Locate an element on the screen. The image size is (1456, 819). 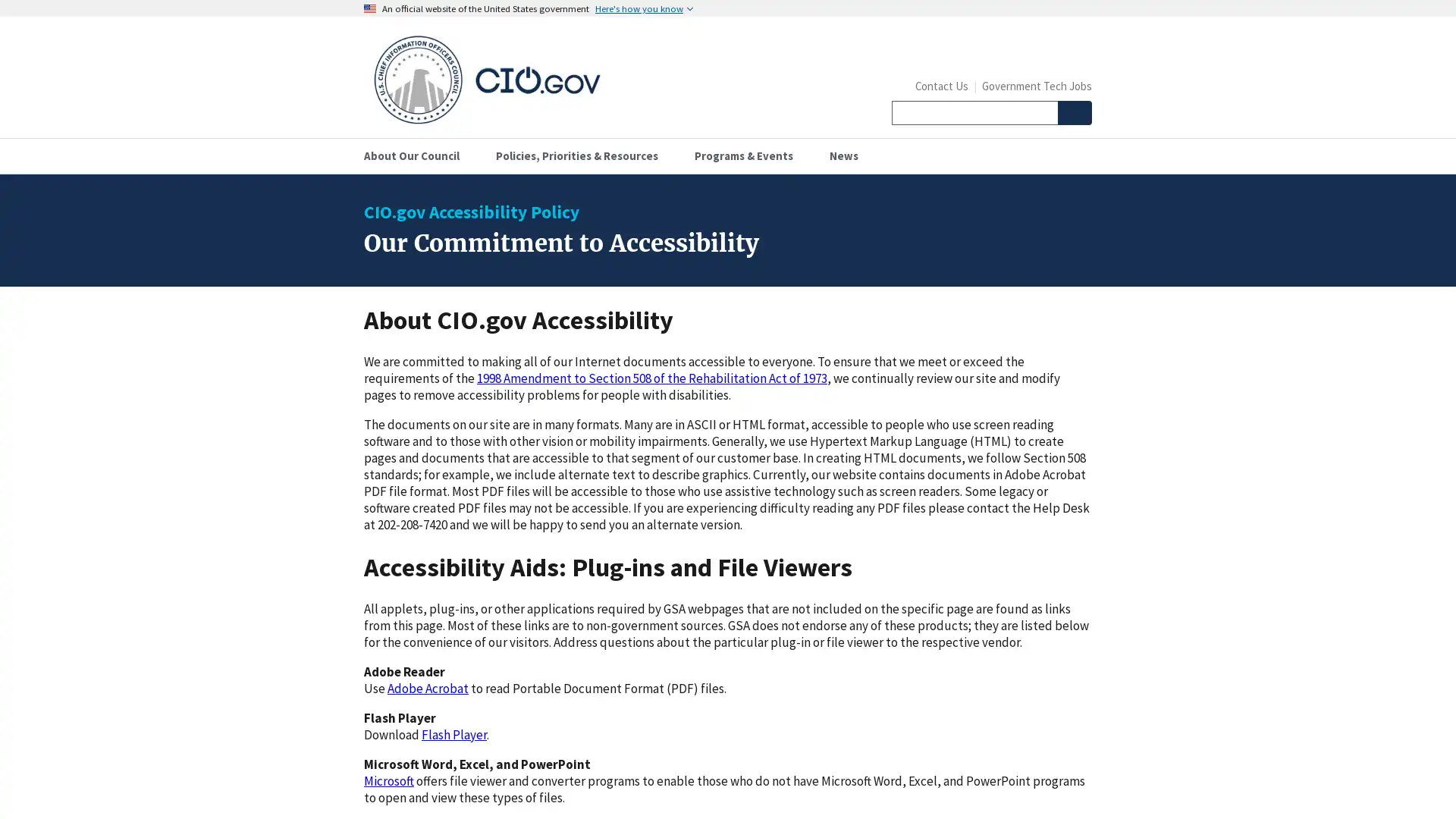
Here's how you know is located at coordinates (644, 8).